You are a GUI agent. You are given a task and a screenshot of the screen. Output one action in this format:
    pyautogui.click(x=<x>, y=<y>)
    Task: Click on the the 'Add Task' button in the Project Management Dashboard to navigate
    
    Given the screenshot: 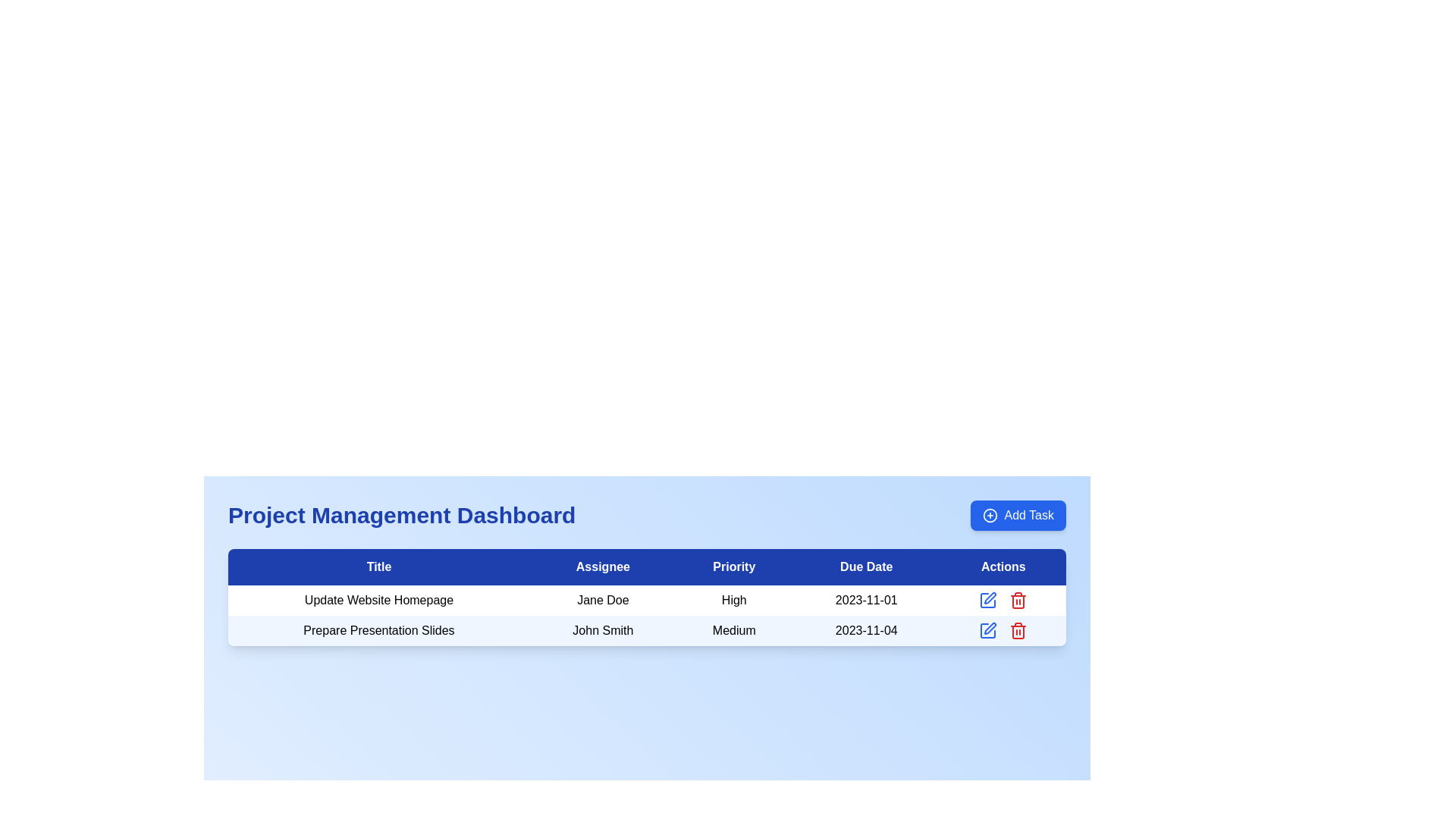 What is the action you would take?
    pyautogui.click(x=1018, y=514)
    